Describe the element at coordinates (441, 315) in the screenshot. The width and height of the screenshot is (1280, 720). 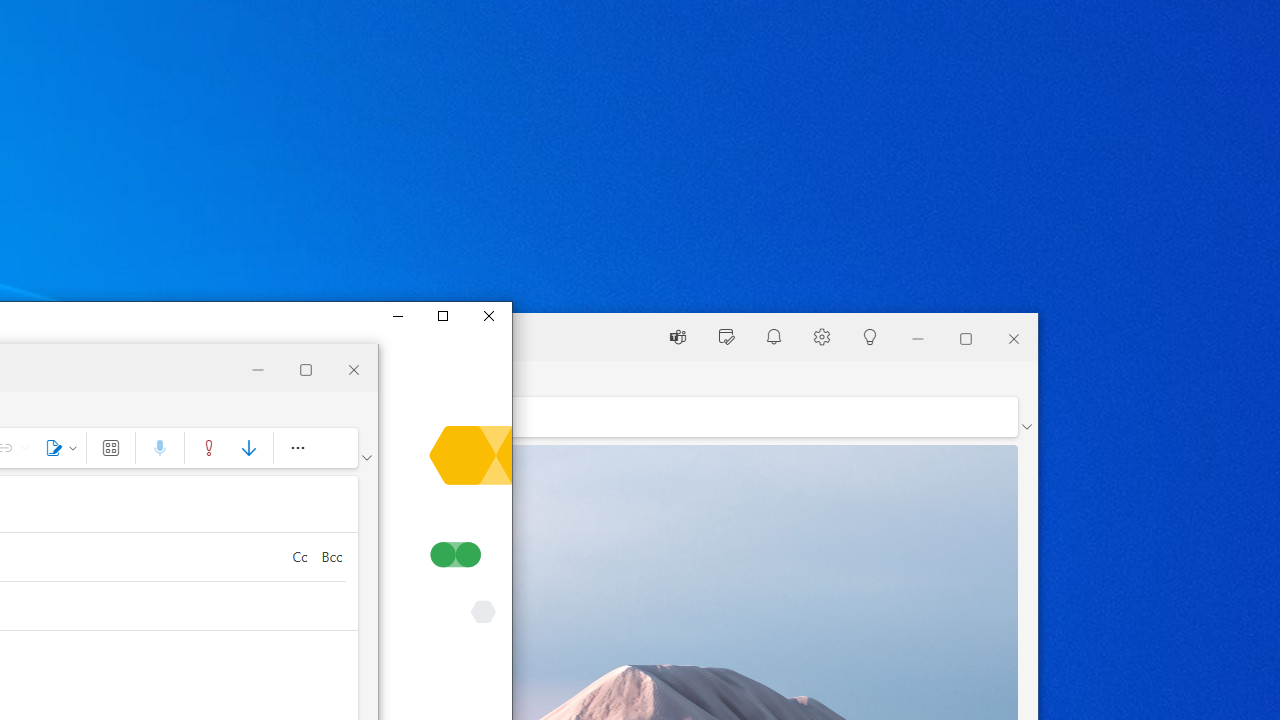
I see `'Maximize'` at that location.